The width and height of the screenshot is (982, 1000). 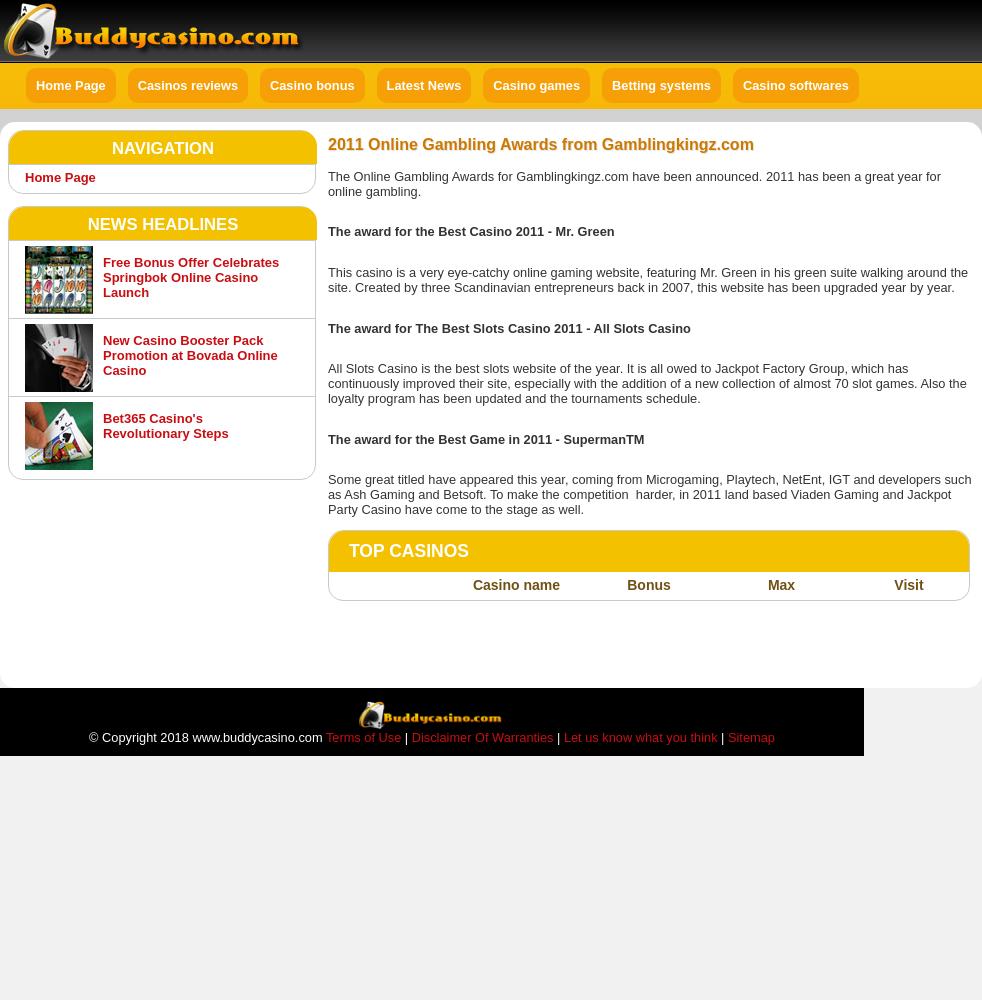 What do you see at coordinates (189, 354) in the screenshot?
I see `'New Casino Booster Pack Promotion at Bovada Online Casino'` at bounding box center [189, 354].